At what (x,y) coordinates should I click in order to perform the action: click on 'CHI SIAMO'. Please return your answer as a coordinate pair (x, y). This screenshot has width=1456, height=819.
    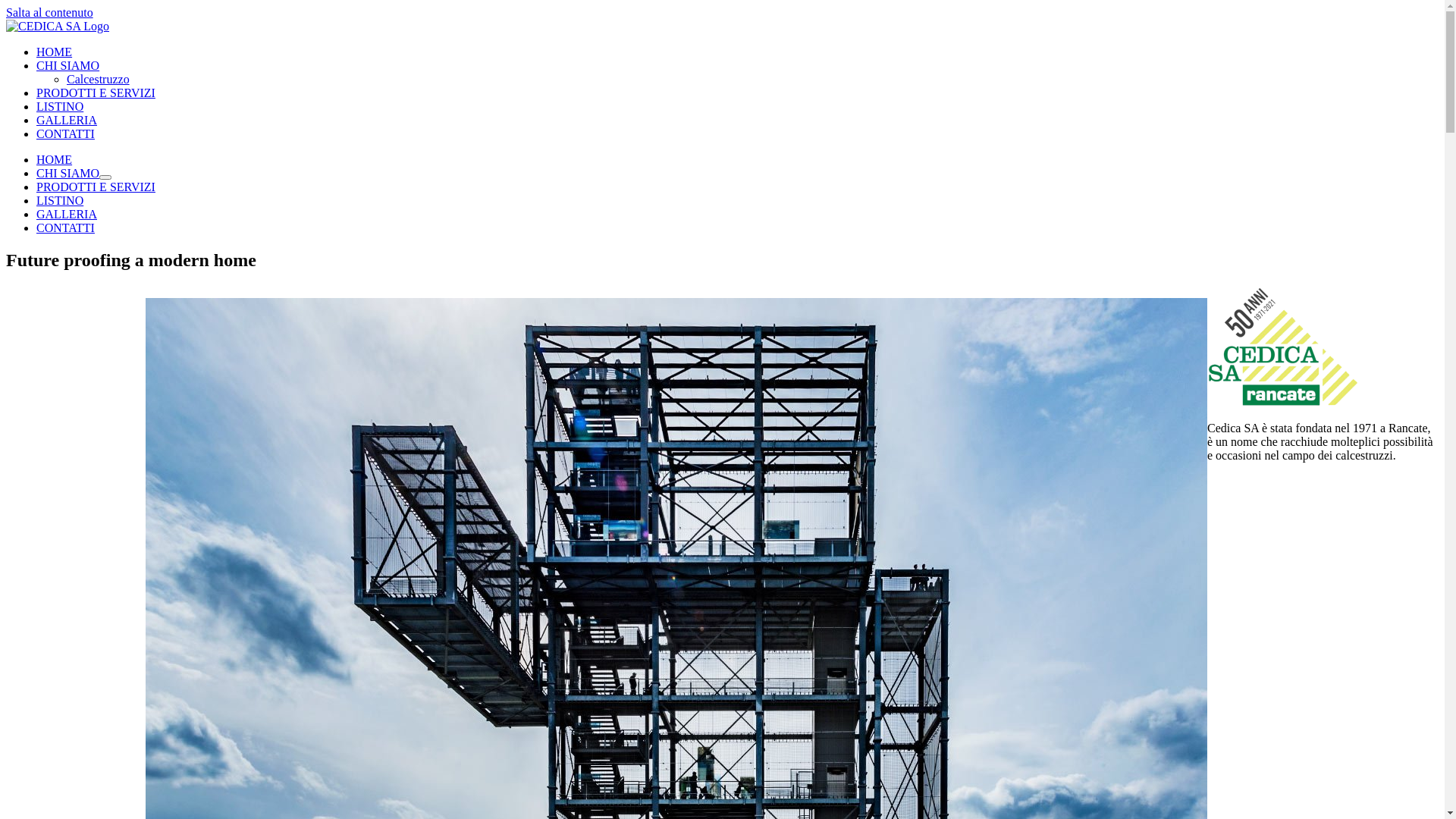
    Looking at the image, I should click on (67, 172).